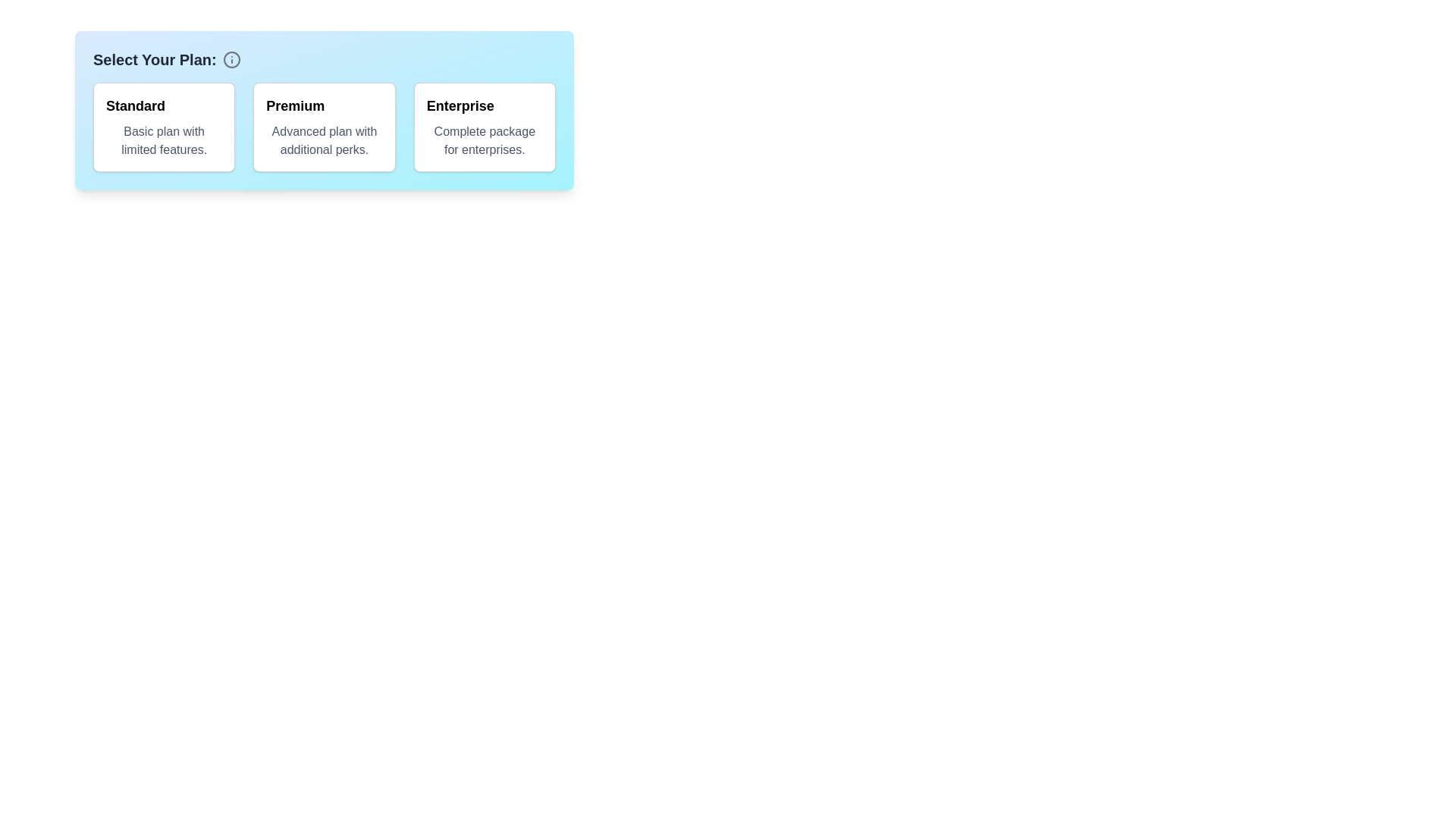 This screenshot has height=819, width=1456. Describe the element at coordinates (164, 127) in the screenshot. I see `the selectable card representing the 'Standard' plan, which is the first card in the row under the header 'Select Your Plan:'` at that location.